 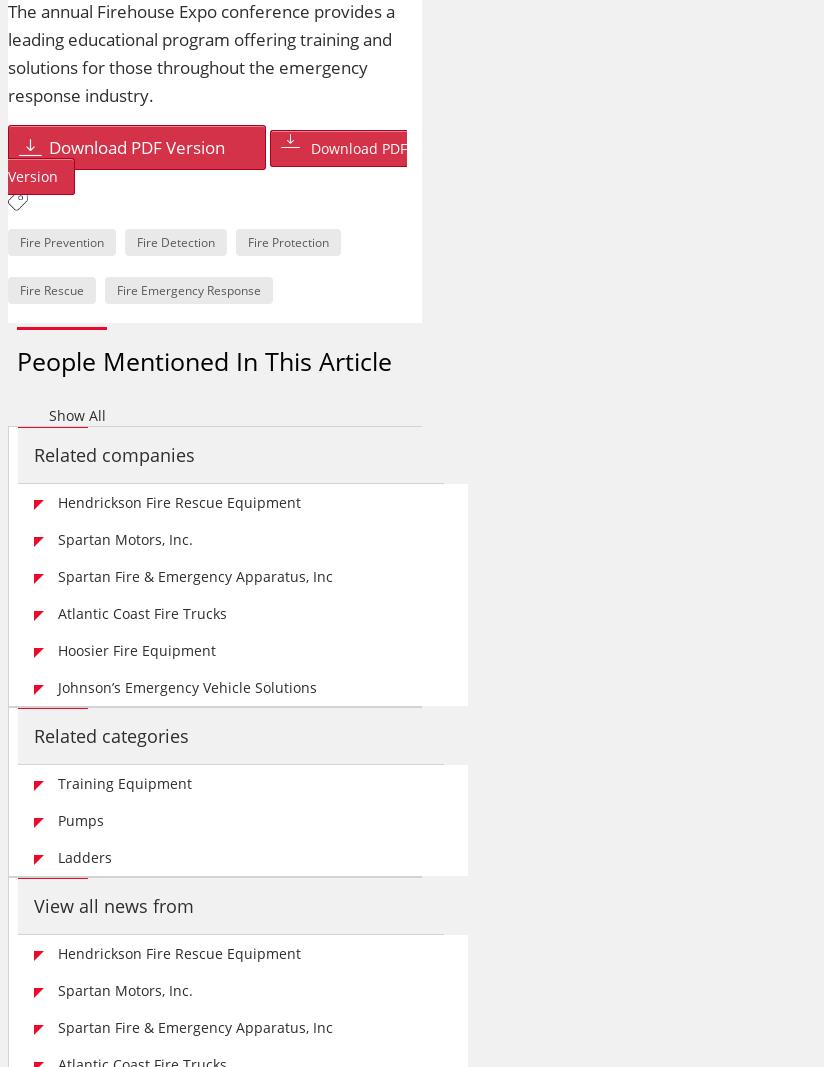 I want to click on 'Related categories', so click(x=111, y=735).